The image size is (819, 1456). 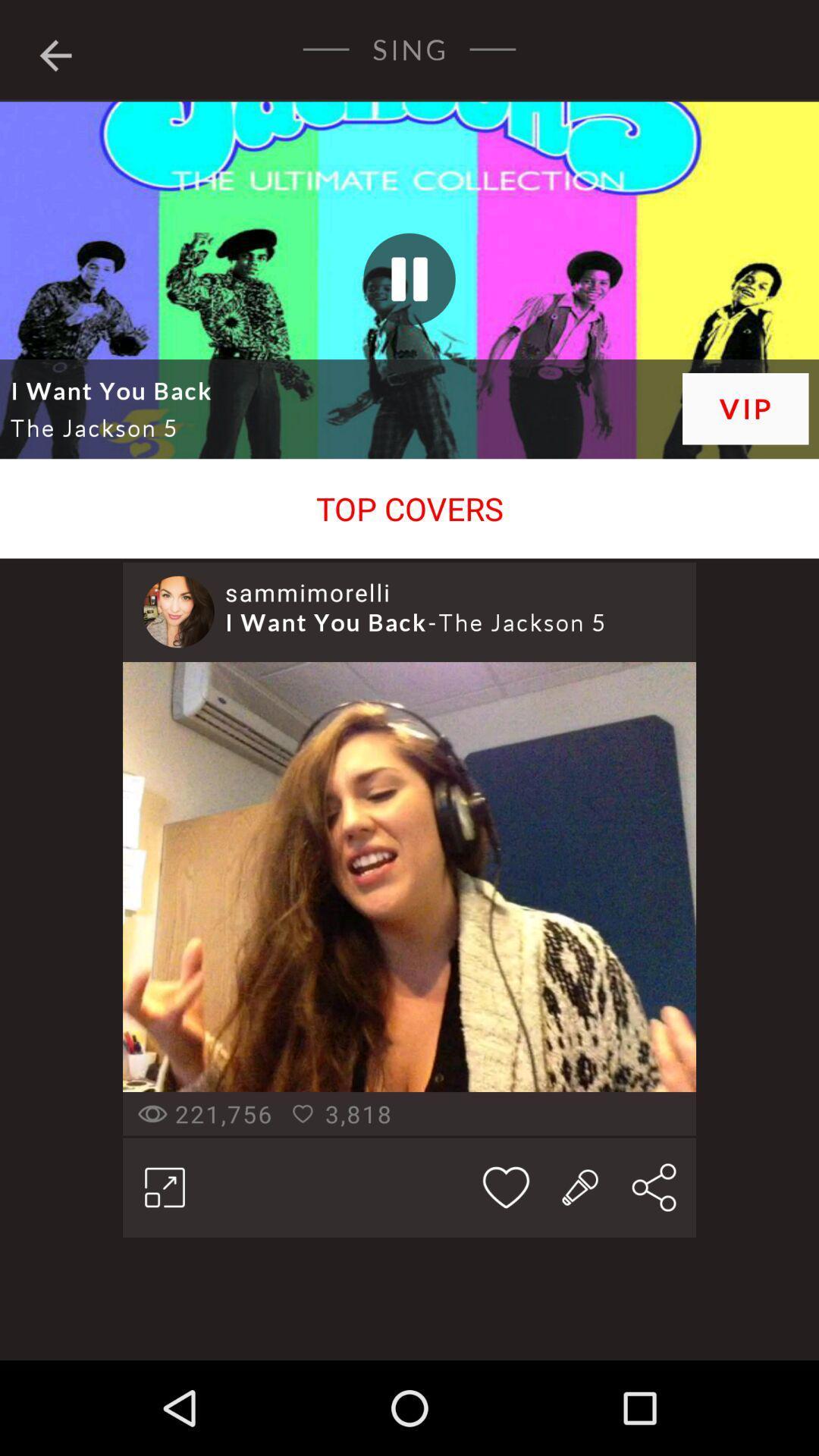 I want to click on the sammimorelli item, so click(x=307, y=591).